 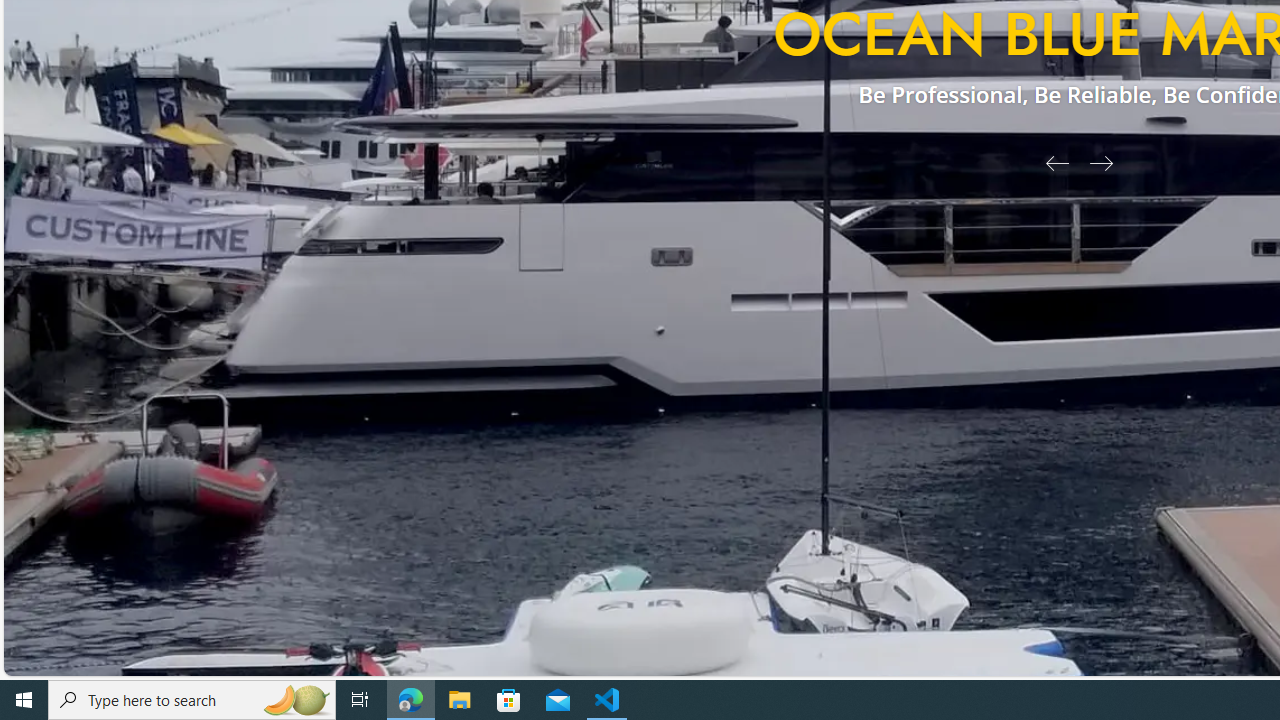 I want to click on 'Previous Slide', so click(x=1049, y=161).